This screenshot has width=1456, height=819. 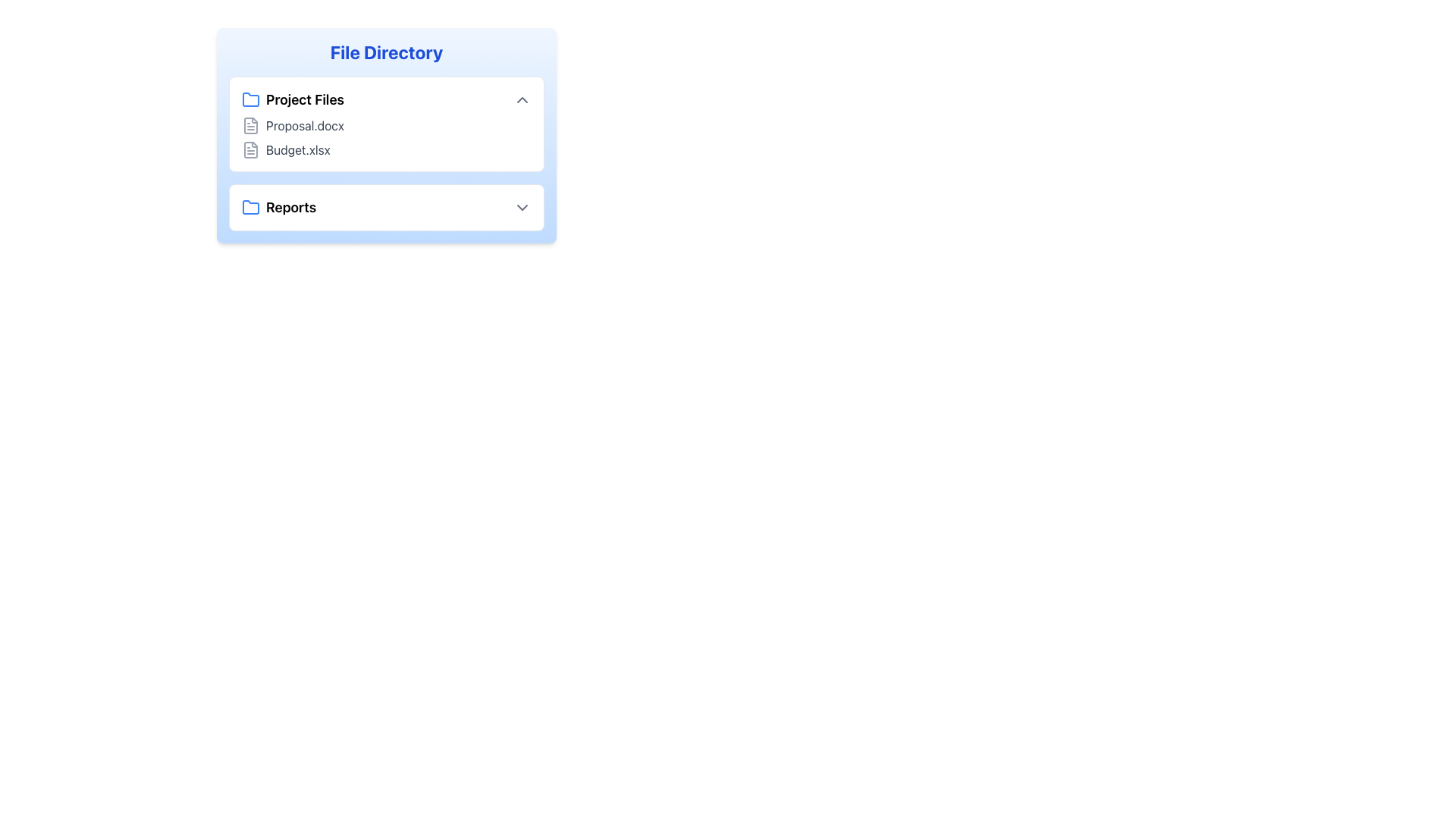 What do you see at coordinates (251, 207) in the screenshot?
I see `the folder icon with a light blue outline located to the left of the 'Reports' text` at bounding box center [251, 207].